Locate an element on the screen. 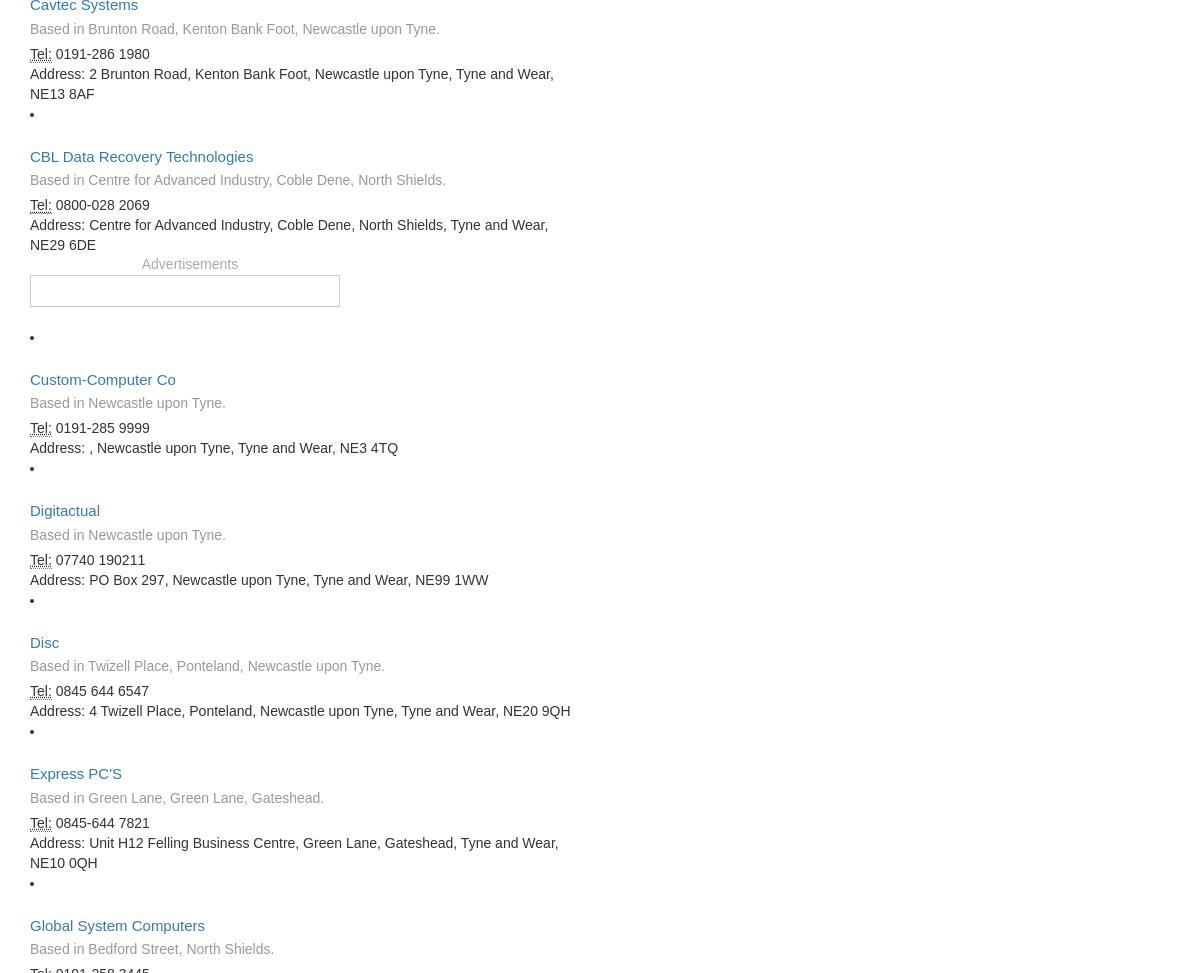 The image size is (1200, 973). 'Based in Centre for Advanced Industry, Coble Dene, North Shields.' is located at coordinates (236, 180).